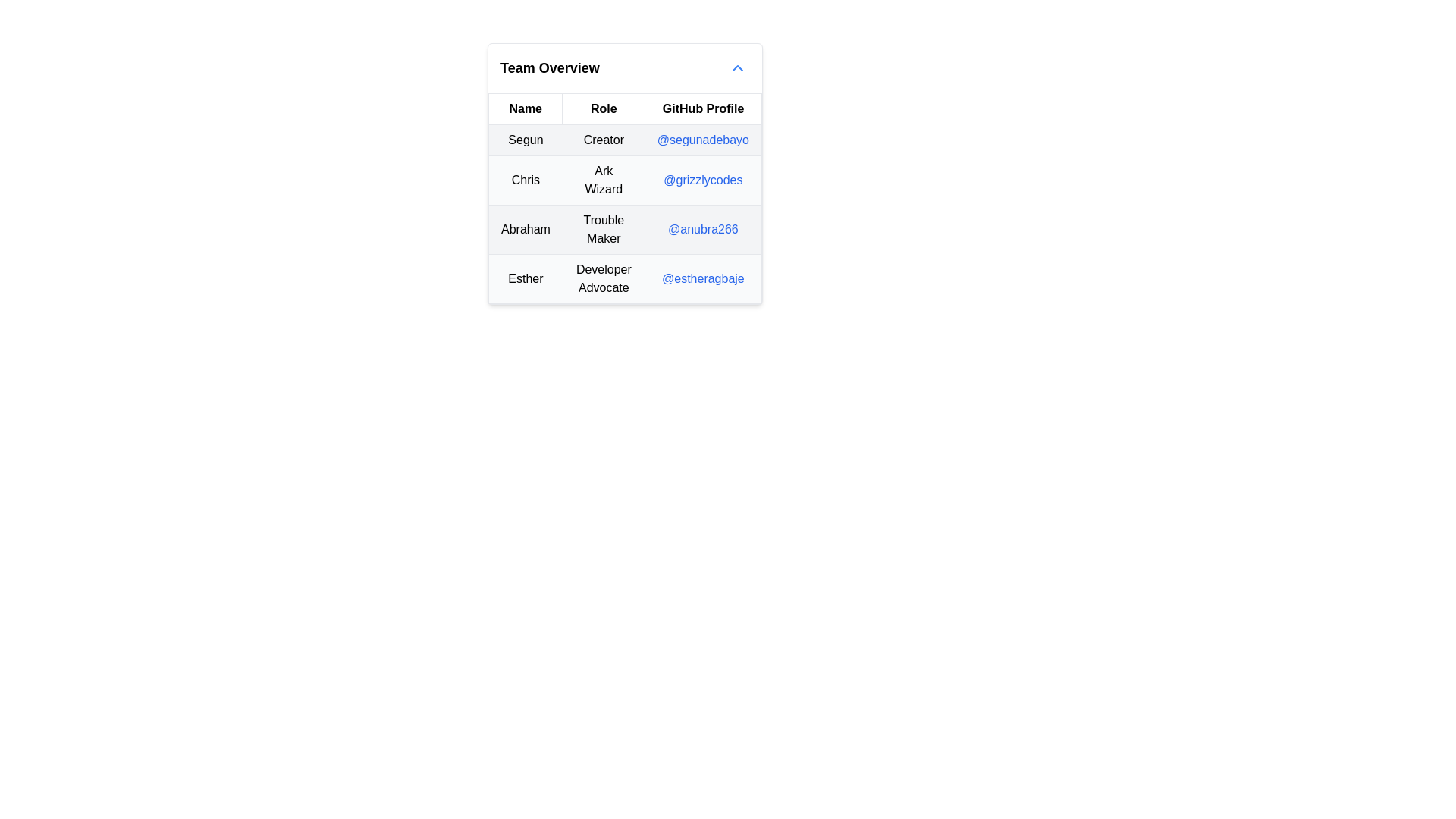  I want to click on the hyperlink for 'Chris' in the GitHub Profile column, so click(702, 180).